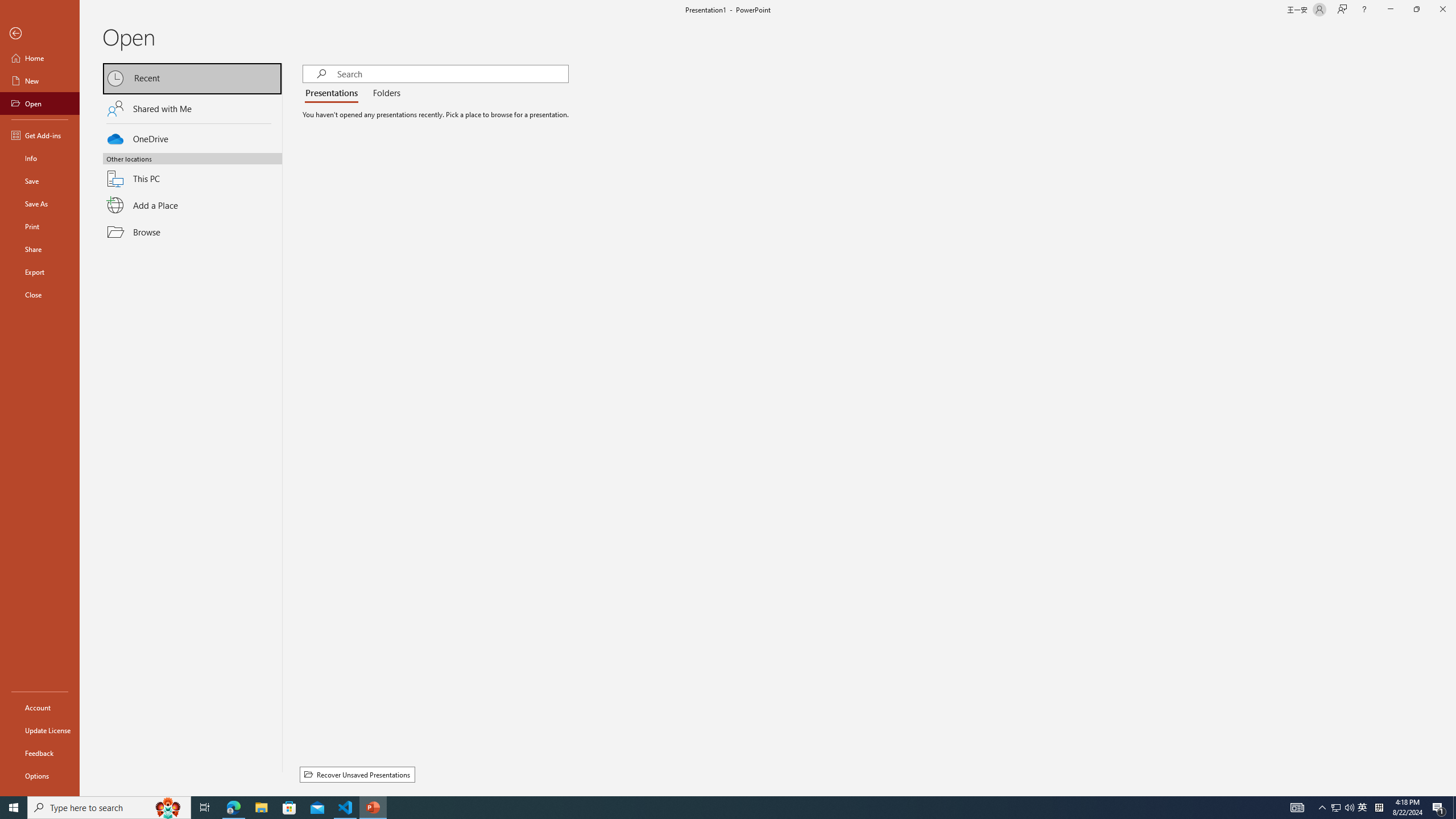  Describe the element at coordinates (39, 80) in the screenshot. I see `'New'` at that location.